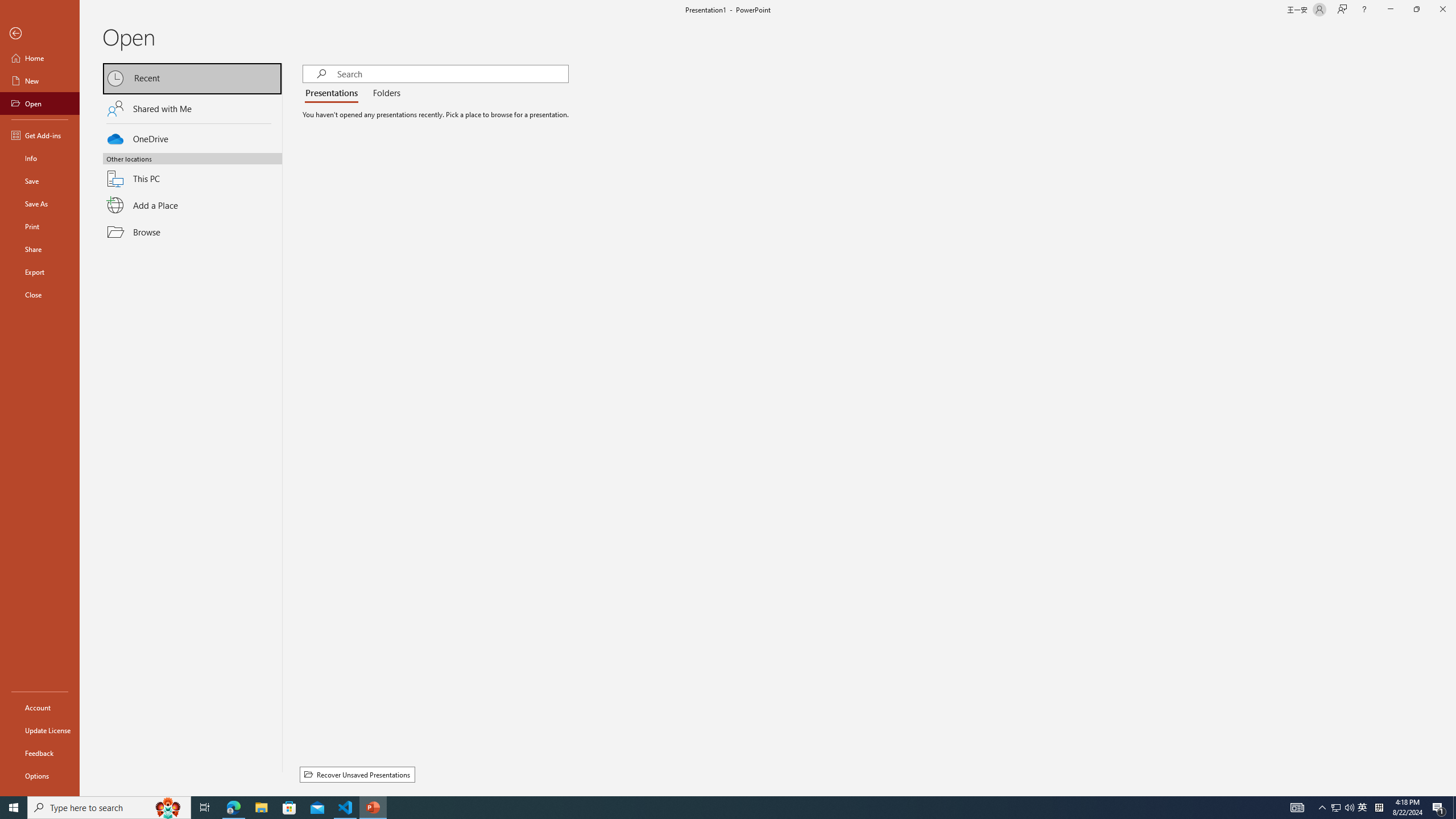  Describe the element at coordinates (39, 80) in the screenshot. I see `'New'` at that location.